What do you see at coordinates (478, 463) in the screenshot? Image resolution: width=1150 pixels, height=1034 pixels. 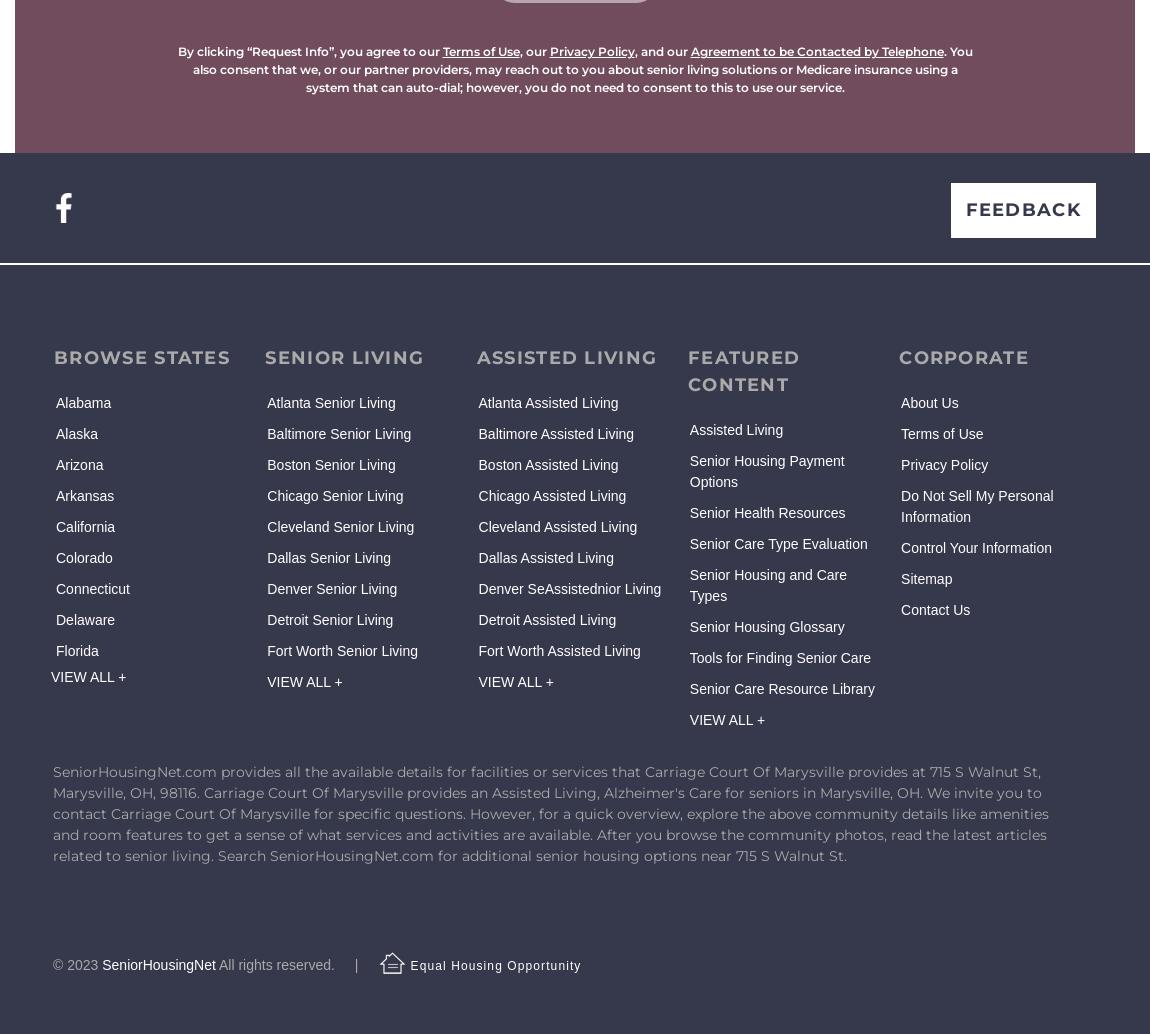 I see `'Boston Assisted Living'` at bounding box center [478, 463].